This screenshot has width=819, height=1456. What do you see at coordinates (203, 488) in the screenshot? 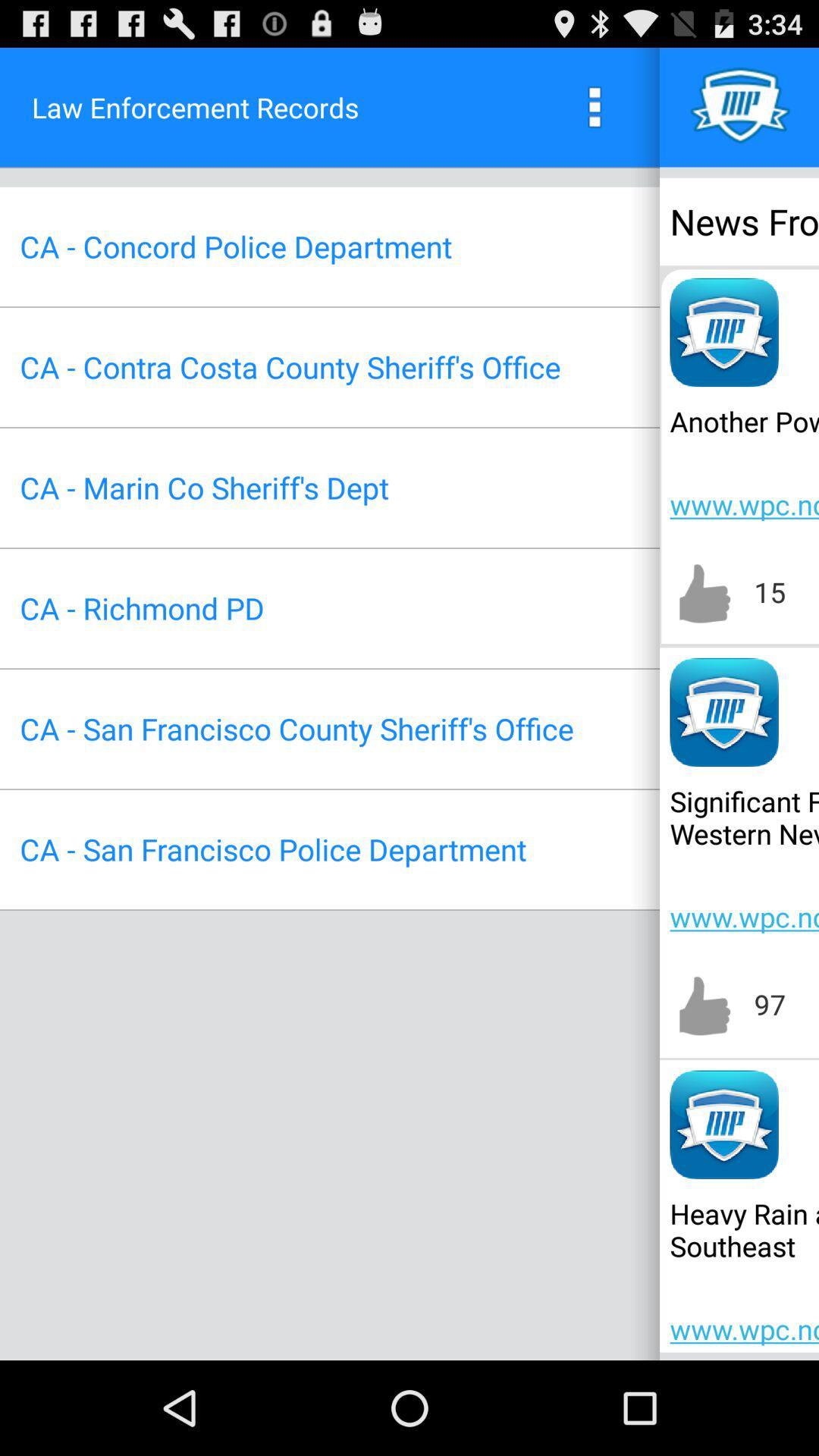
I see `the ca marin co app` at bounding box center [203, 488].